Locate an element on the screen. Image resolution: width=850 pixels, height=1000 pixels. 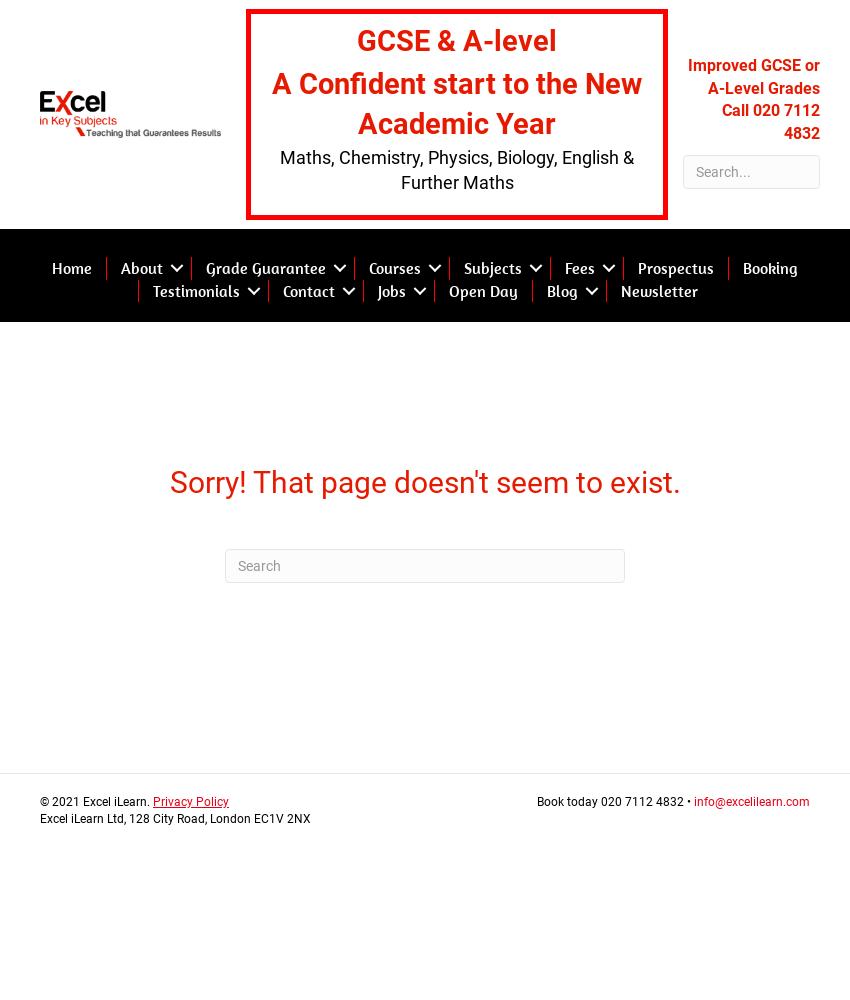
'Home' is located at coordinates (71, 268).